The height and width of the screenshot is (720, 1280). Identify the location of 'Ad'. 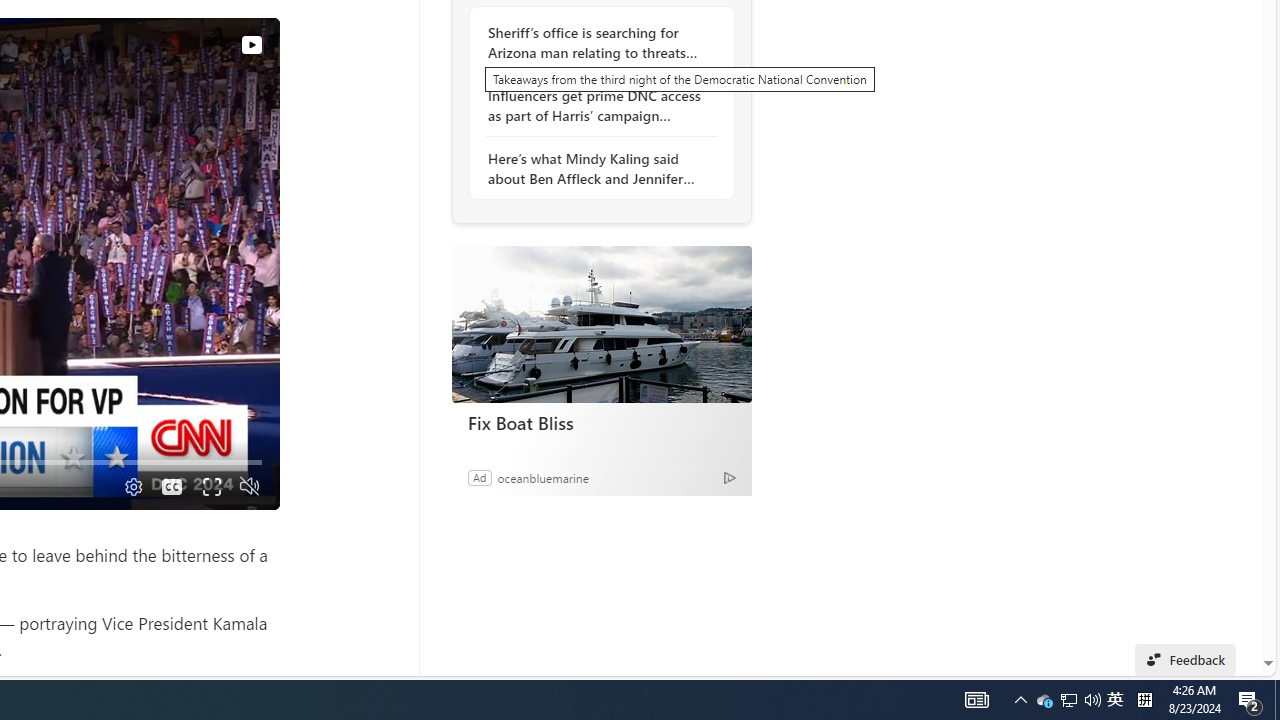
(478, 477).